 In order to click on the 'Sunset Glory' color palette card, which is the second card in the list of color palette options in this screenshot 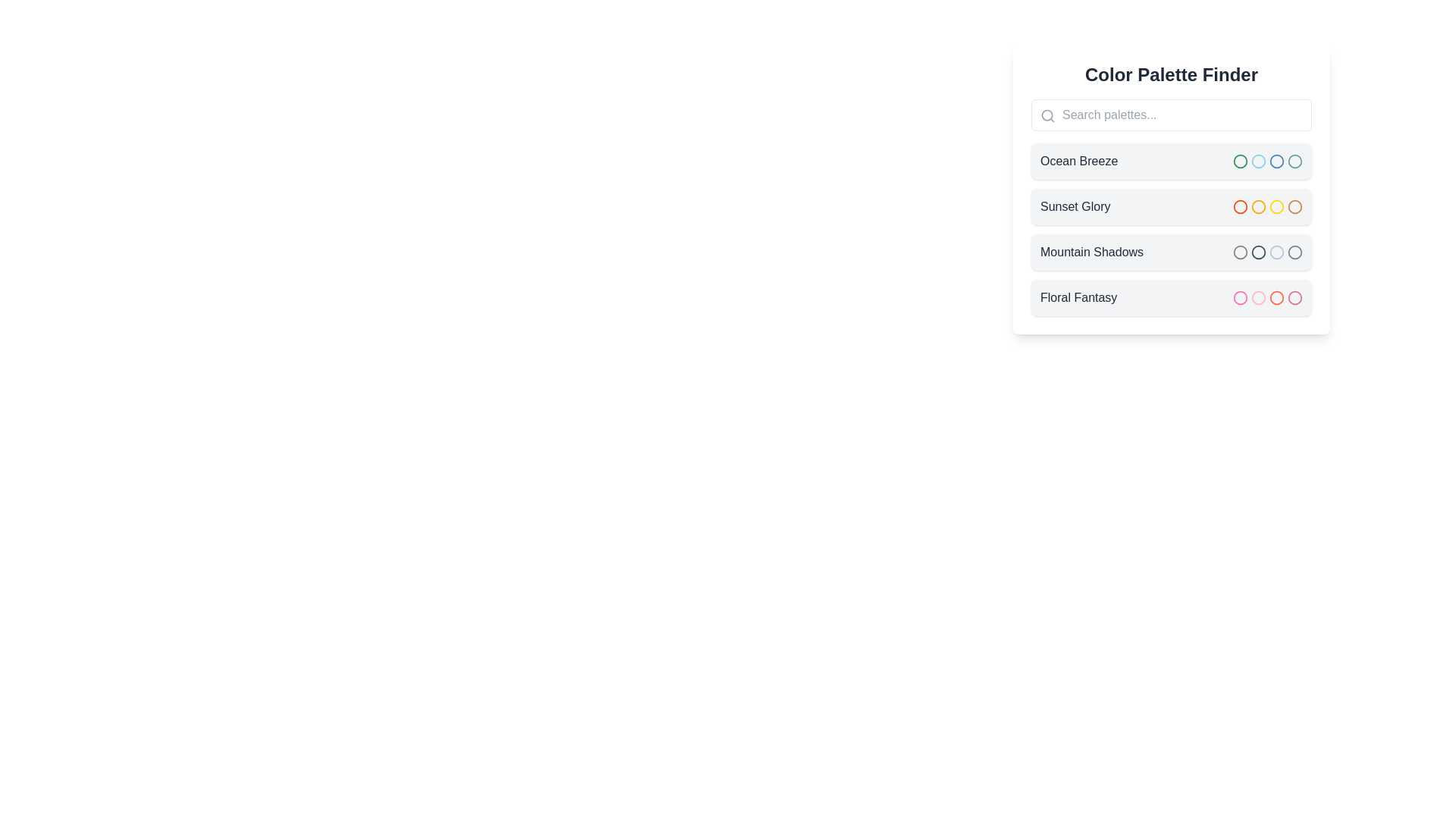, I will do `click(1171, 189)`.